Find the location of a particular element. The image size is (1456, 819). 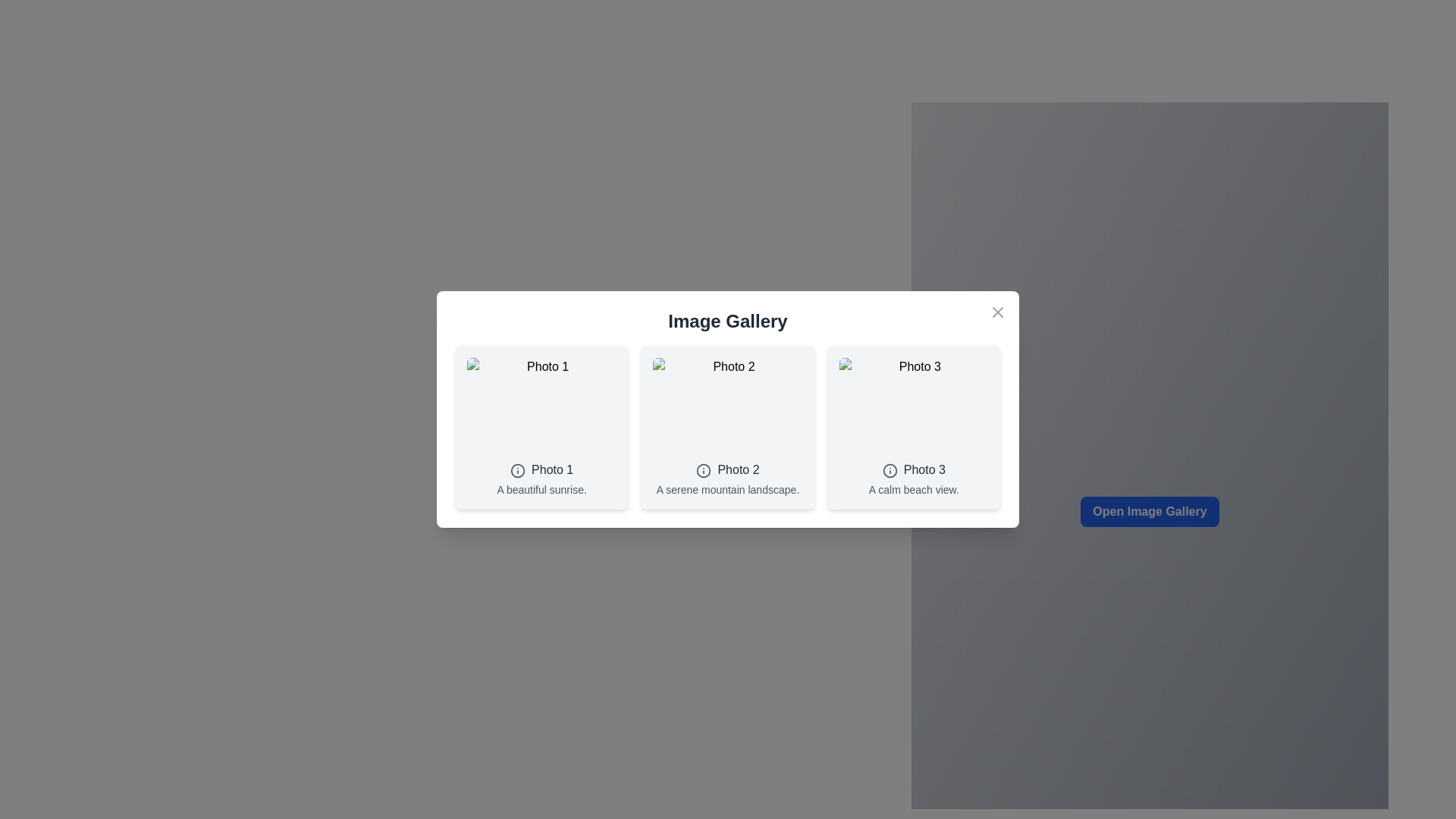

the small, cross-shaped icon in the upper-right corner of the 'Image Gallery' modal is located at coordinates (997, 312).